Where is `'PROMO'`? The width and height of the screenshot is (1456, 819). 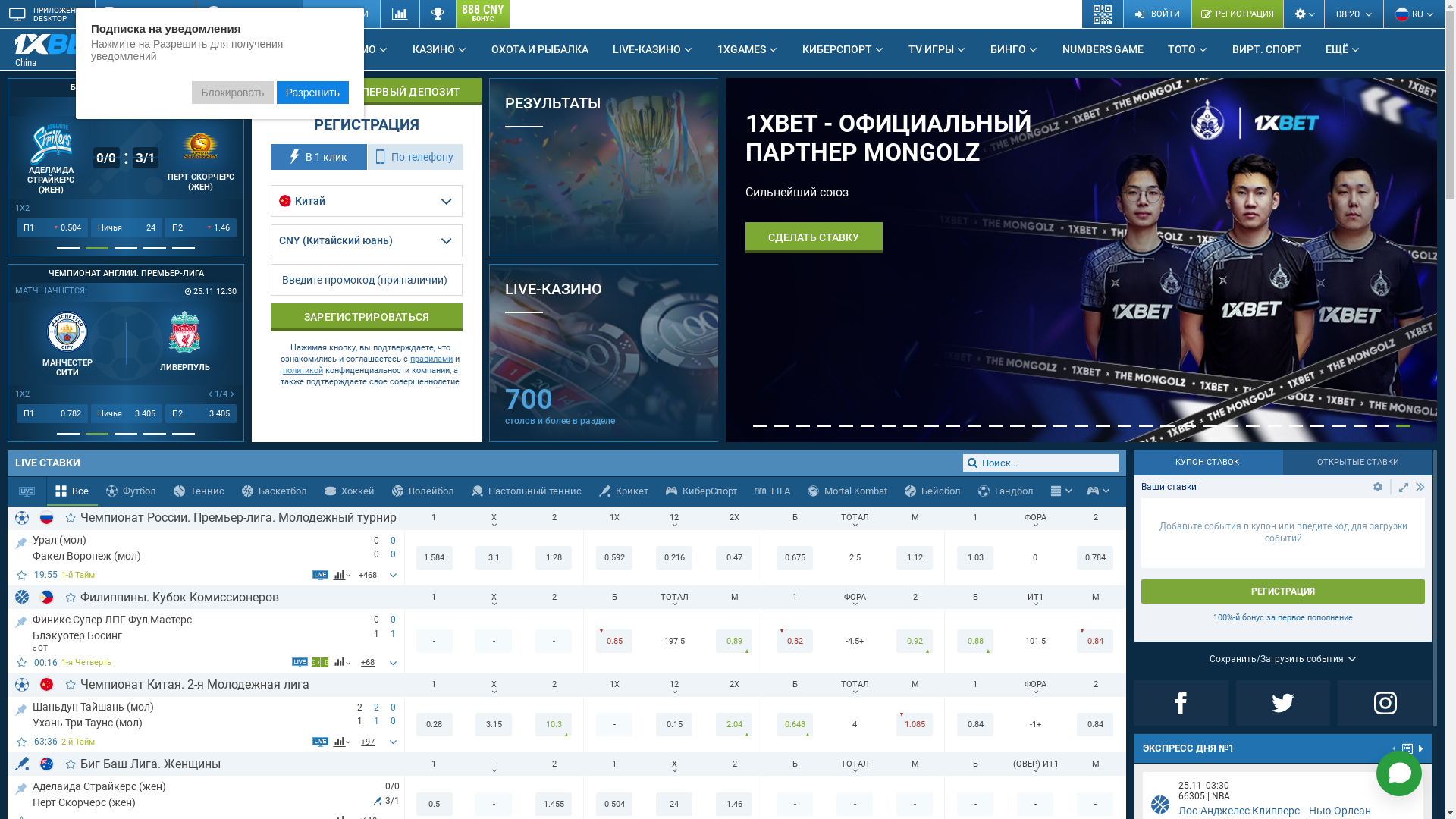 'PROMO' is located at coordinates (325, 49).